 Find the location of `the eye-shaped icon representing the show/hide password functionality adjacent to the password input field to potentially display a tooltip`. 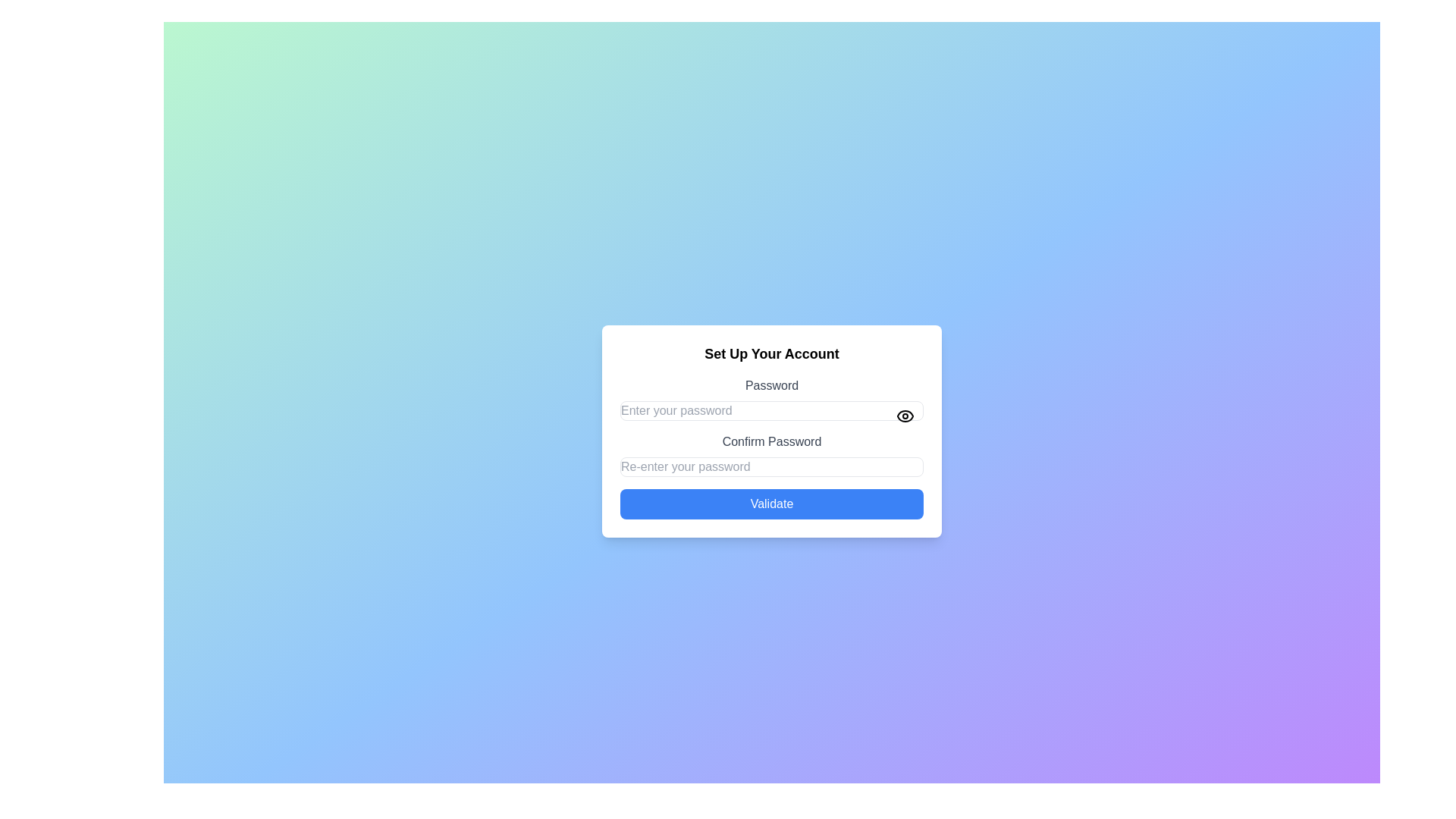

the eye-shaped icon representing the show/hide password functionality adjacent to the password input field to potentially display a tooltip is located at coordinates (905, 416).